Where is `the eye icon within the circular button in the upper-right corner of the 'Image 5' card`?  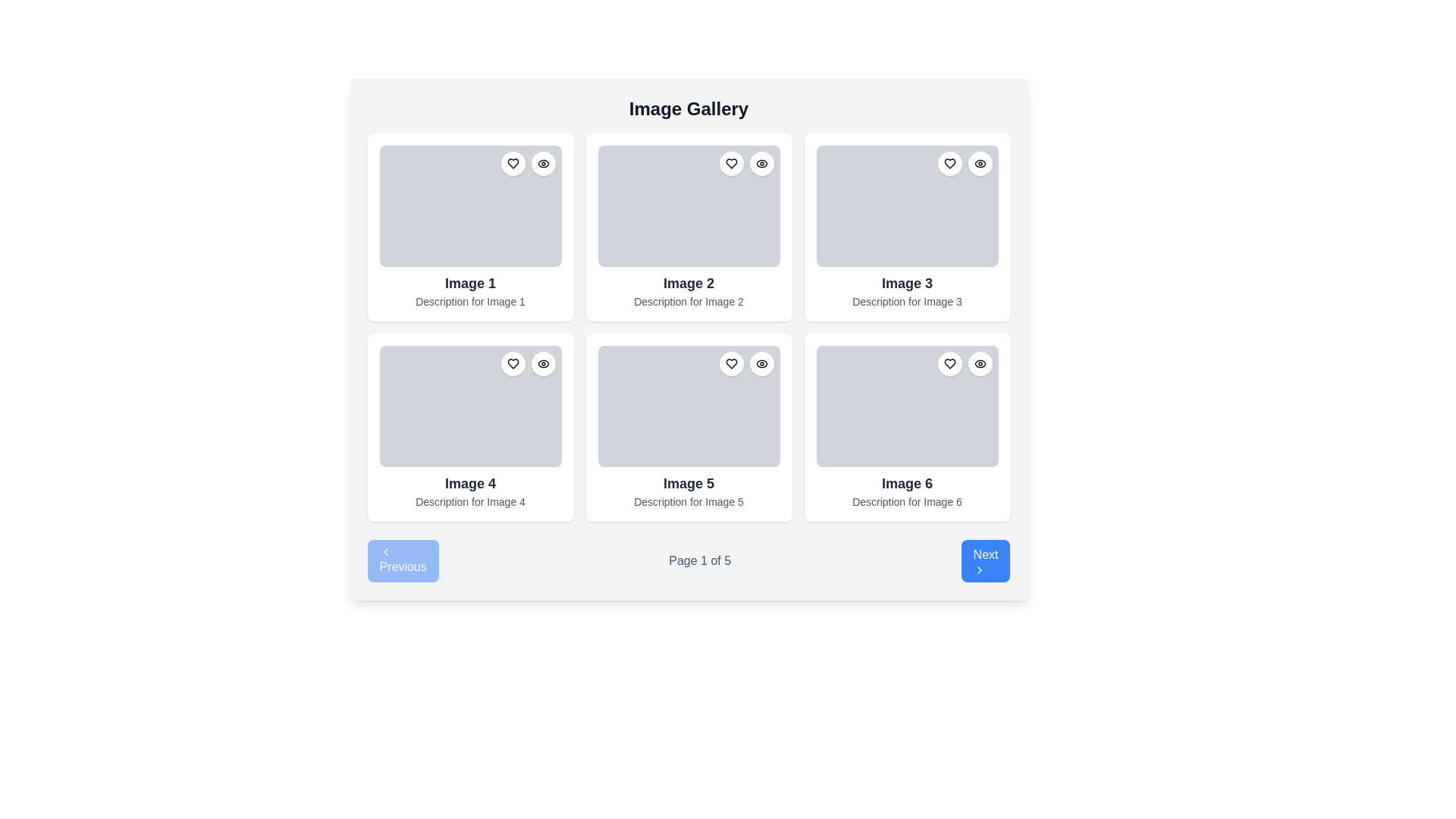 the eye icon within the circular button in the upper-right corner of the 'Image 5' card is located at coordinates (761, 363).